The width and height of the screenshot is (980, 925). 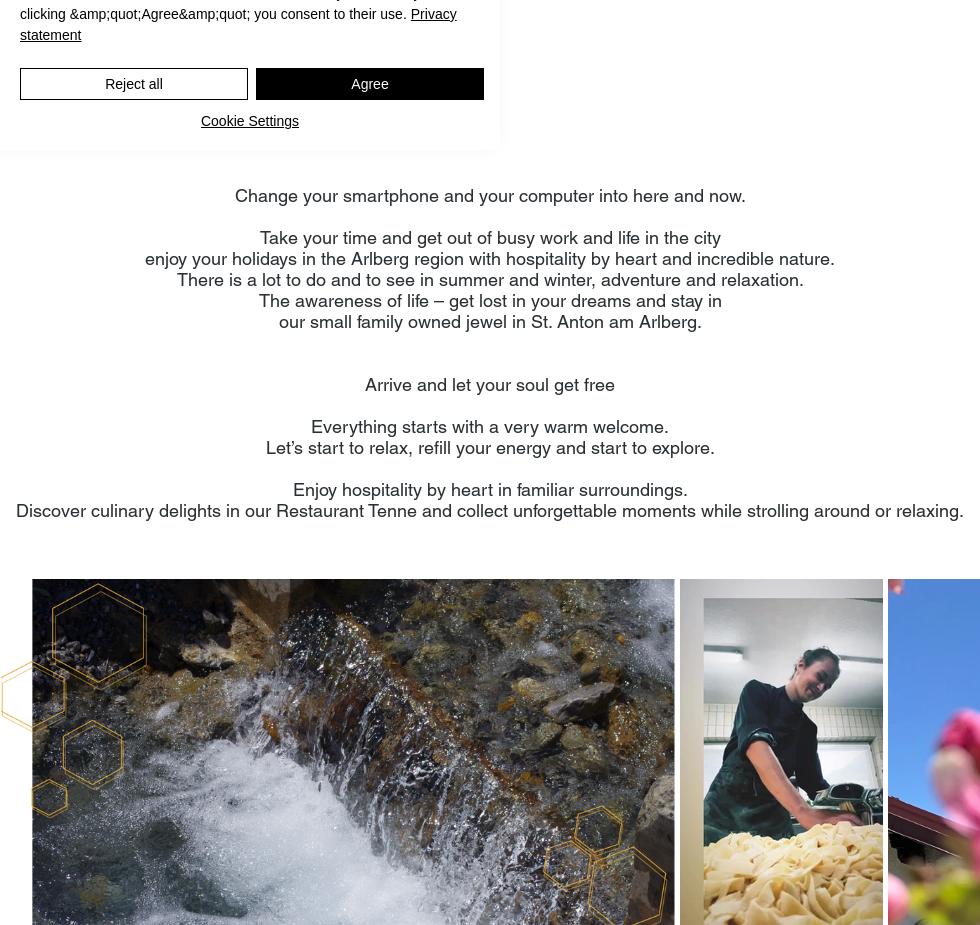 I want to click on 'Arrive and let your soul get free', so click(x=490, y=383).